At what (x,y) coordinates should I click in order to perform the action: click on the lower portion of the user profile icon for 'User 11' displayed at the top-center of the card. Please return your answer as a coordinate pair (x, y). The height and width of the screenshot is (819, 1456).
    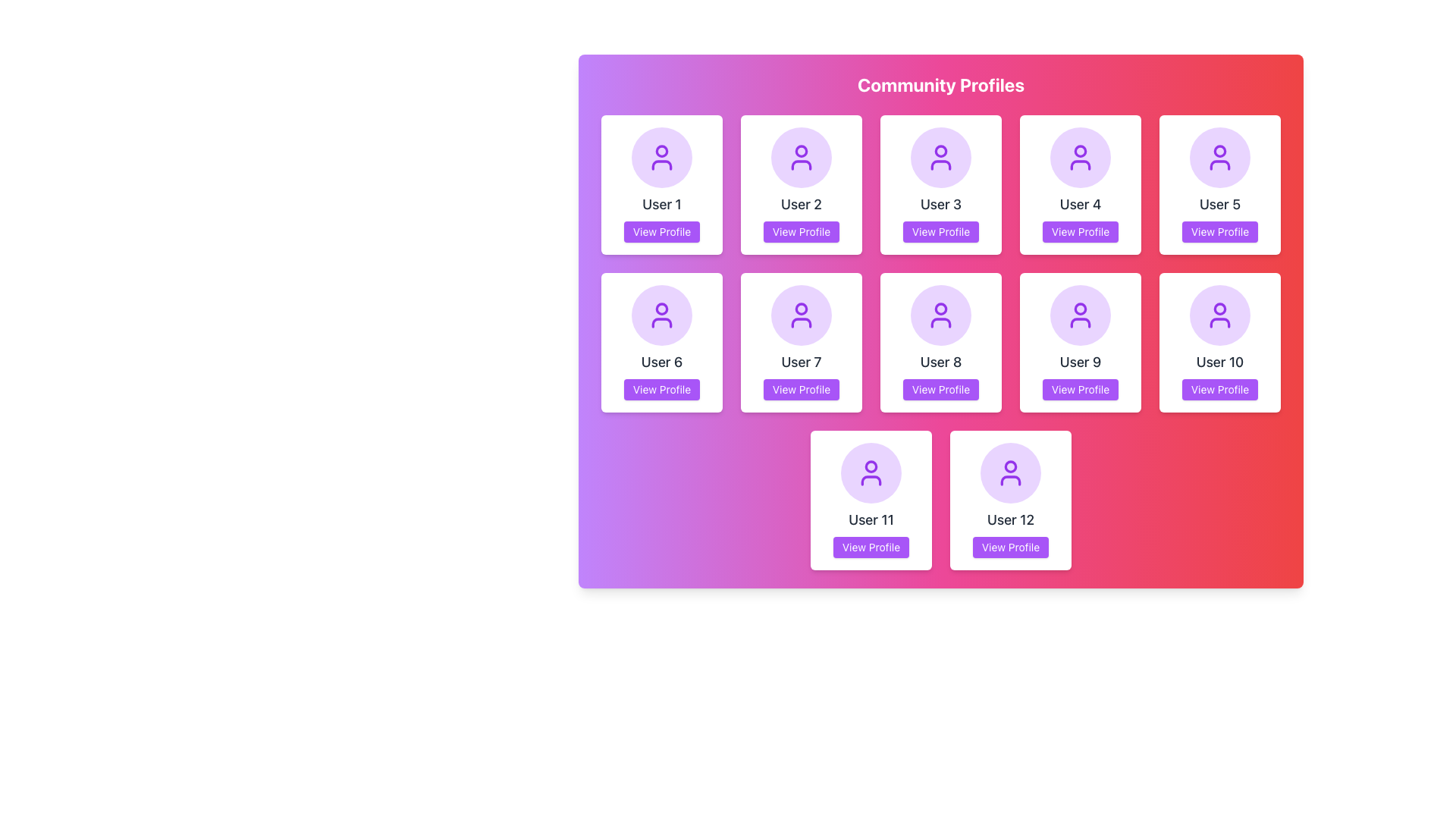
    Looking at the image, I should click on (871, 480).